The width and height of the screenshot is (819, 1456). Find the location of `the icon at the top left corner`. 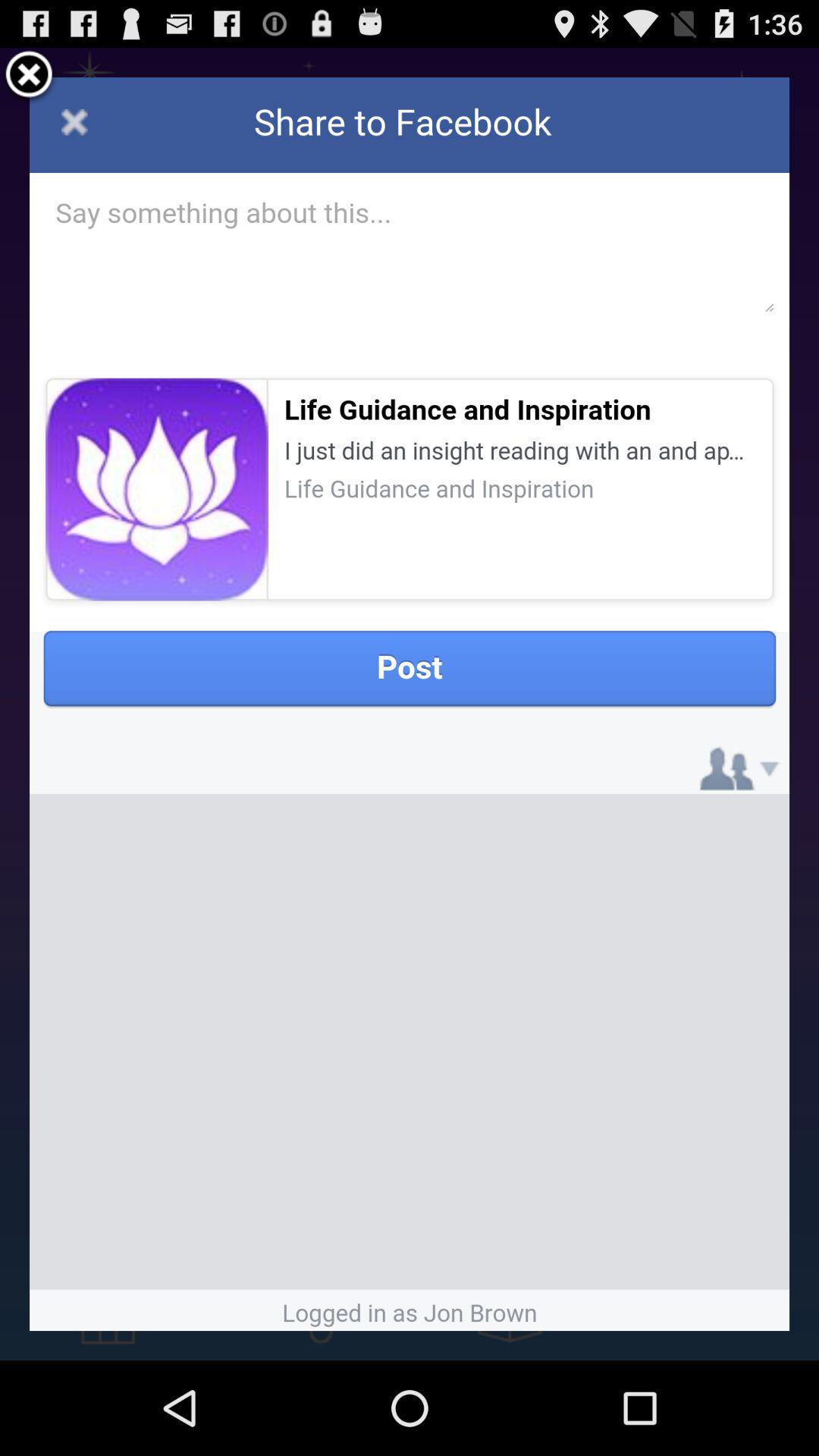

the icon at the top left corner is located at coordinates (29, 76).